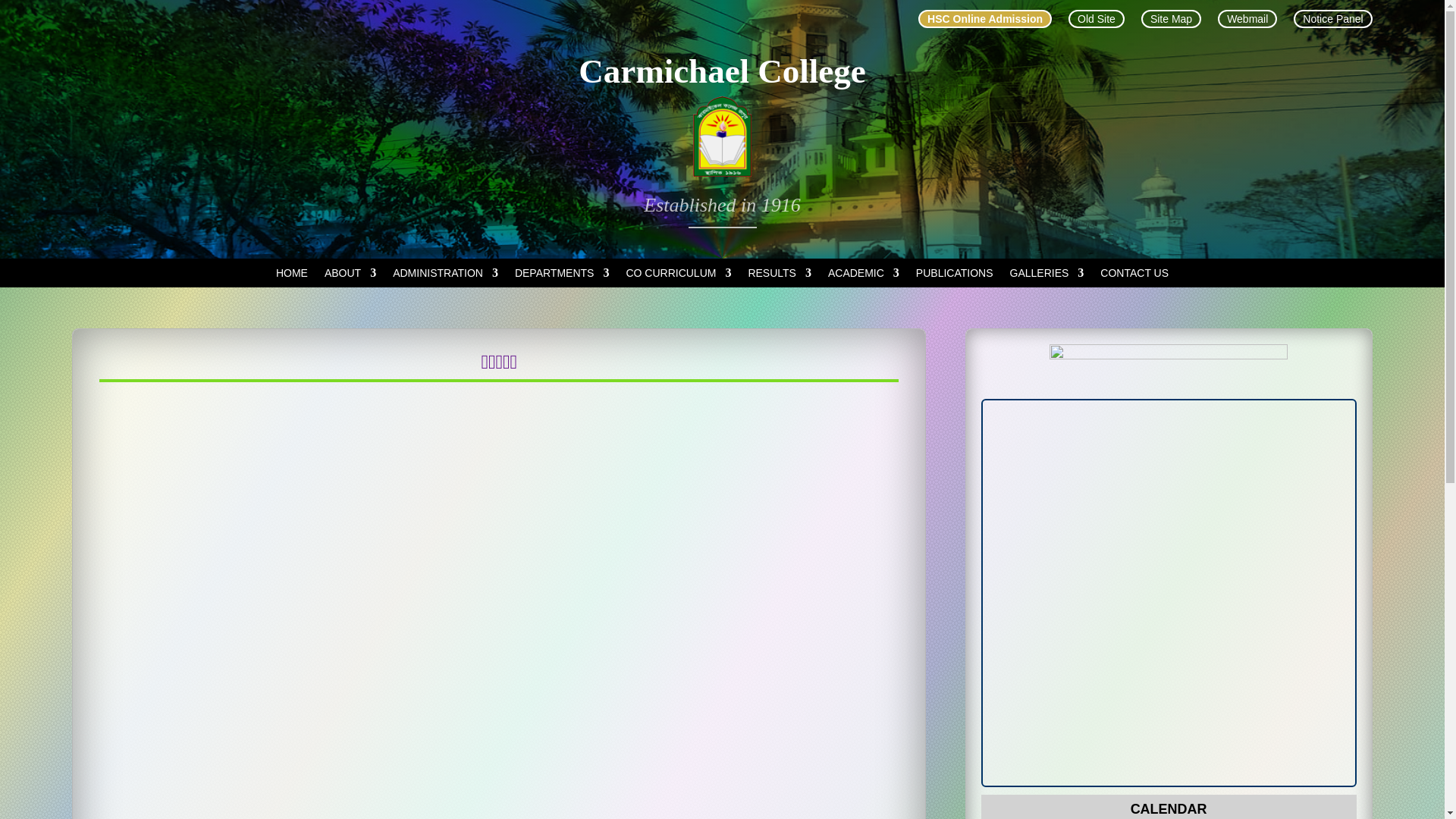  What do you see at coordinates (444, 275) in the screenshot?
I see `'ADMINISTRATION'` at bounding box center [444, 275].